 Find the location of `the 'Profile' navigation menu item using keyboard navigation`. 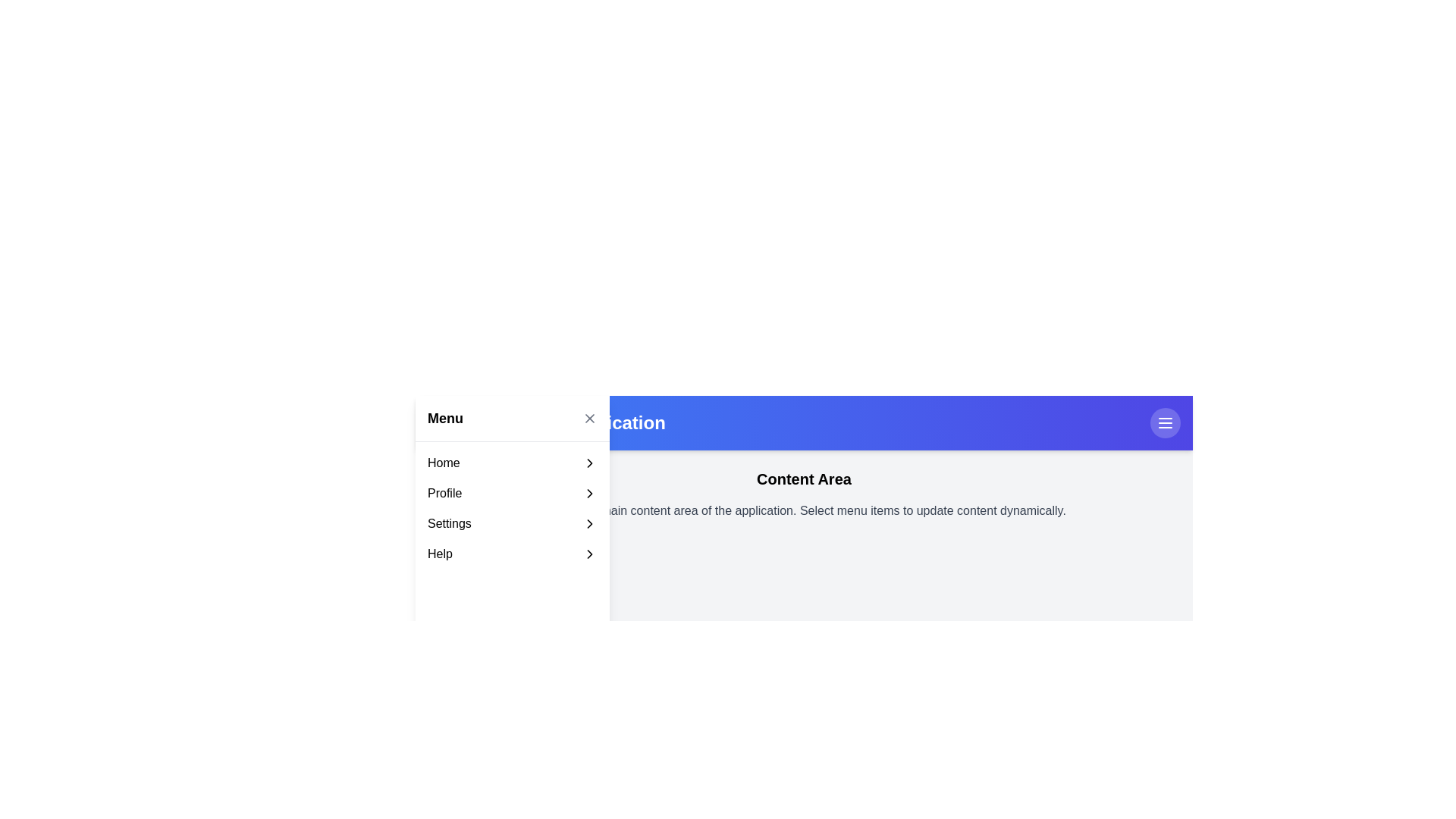

the 'Profile' navigation menu item using keyboard navigation is located at coordinates (513, 494).